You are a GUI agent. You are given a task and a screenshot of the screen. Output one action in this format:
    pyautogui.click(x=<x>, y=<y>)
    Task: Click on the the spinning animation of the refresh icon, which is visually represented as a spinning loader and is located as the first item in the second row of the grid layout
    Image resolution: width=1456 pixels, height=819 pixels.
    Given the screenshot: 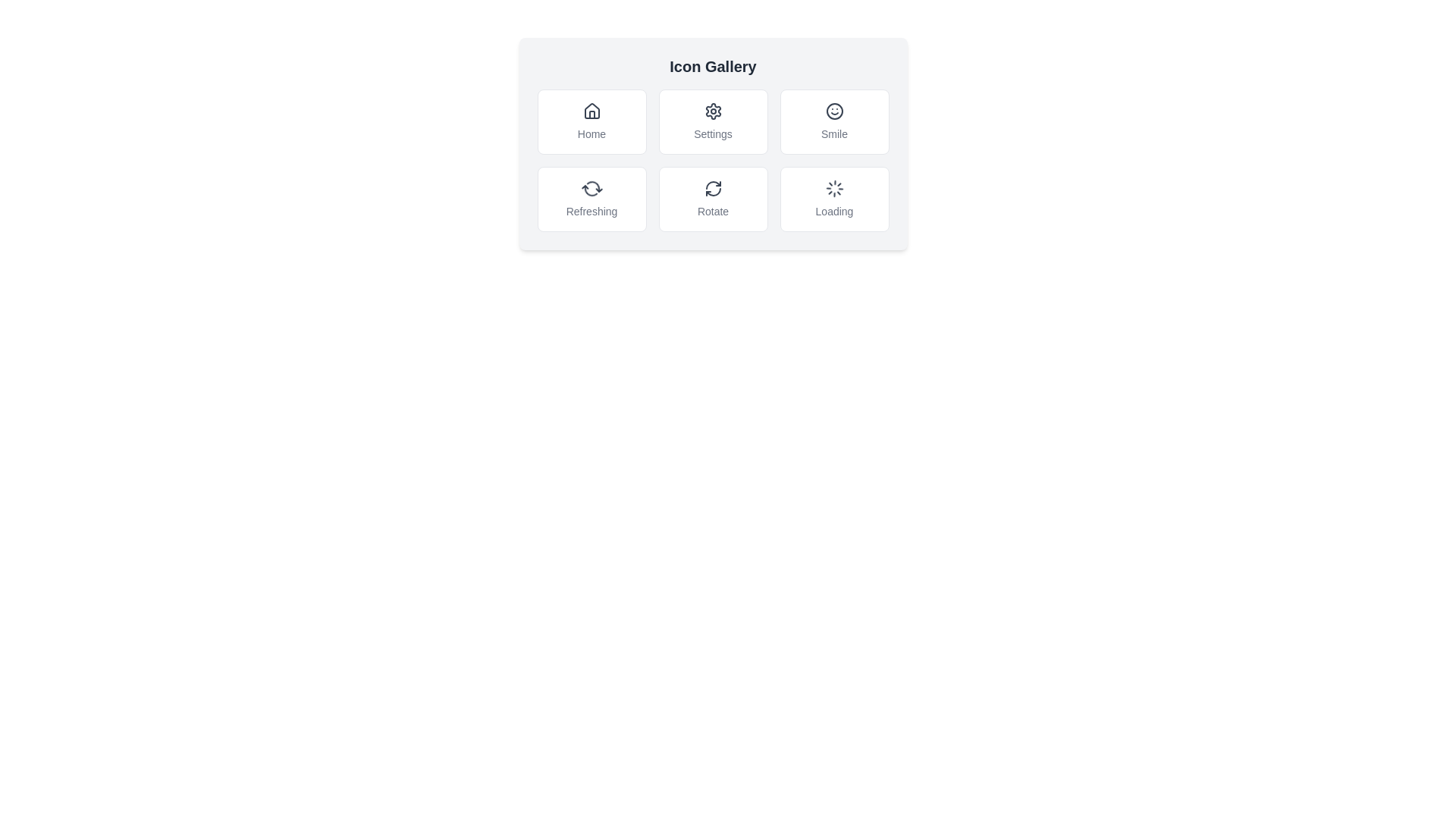 What is the action you would take?
    pyautogui.click(x=591, y=188)
    